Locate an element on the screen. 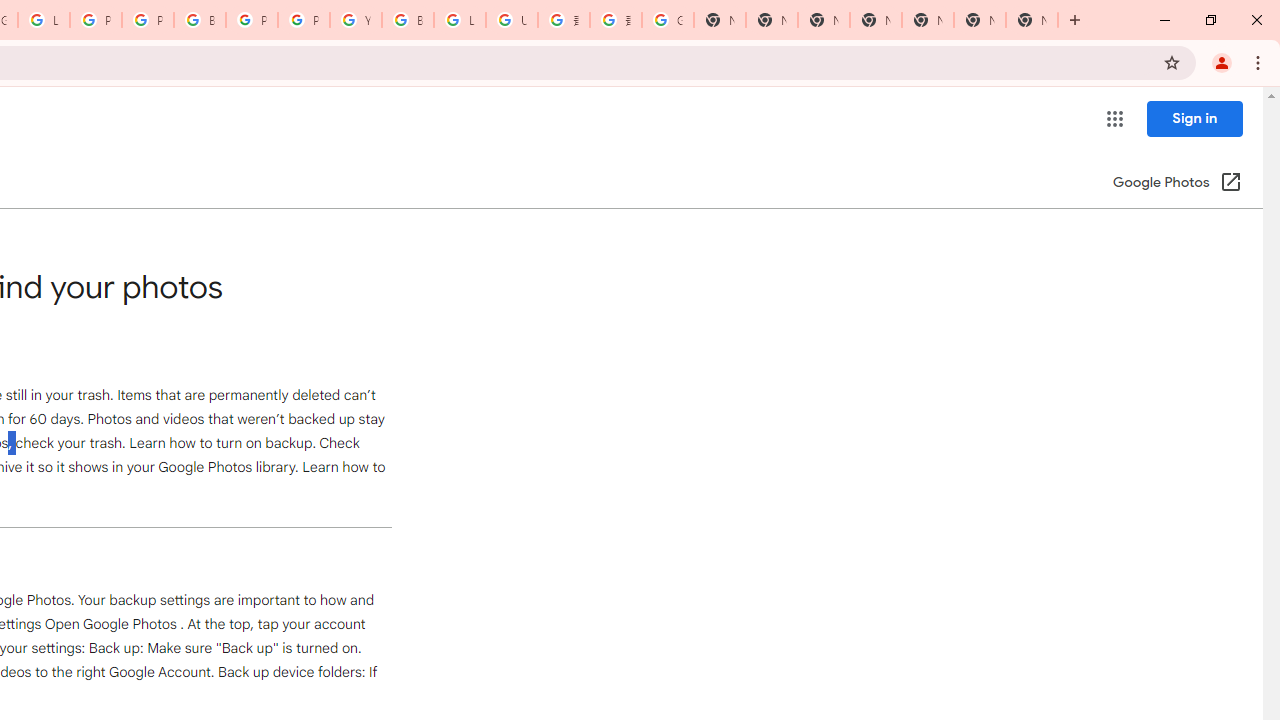 The image size is (1280, 720). 'Privacy Help Center - Policies Help' is located at coordinates (95, 20).